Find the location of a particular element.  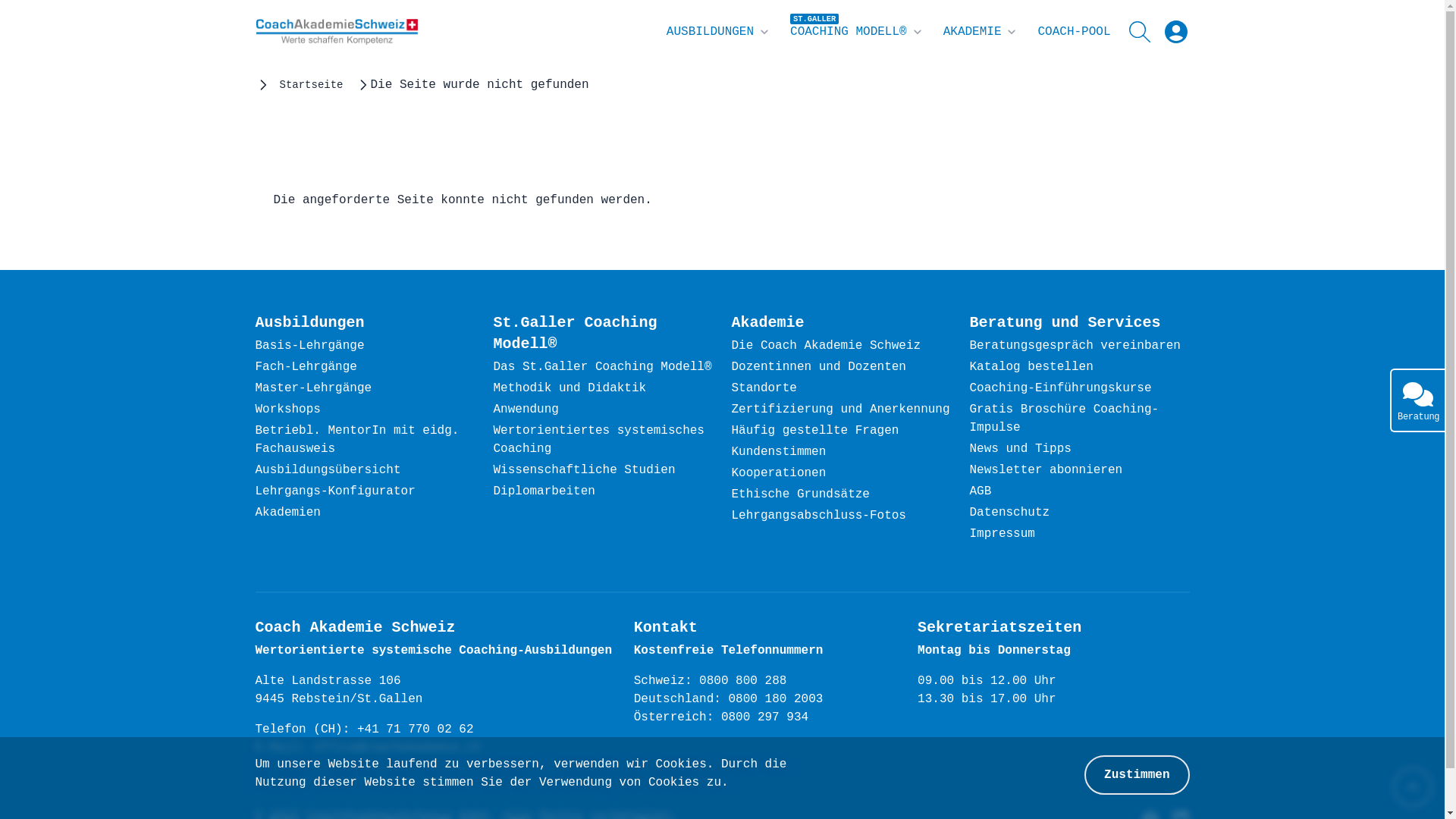

'Die Coach Akademie Schweiz' is located at coordinates (825, 346).